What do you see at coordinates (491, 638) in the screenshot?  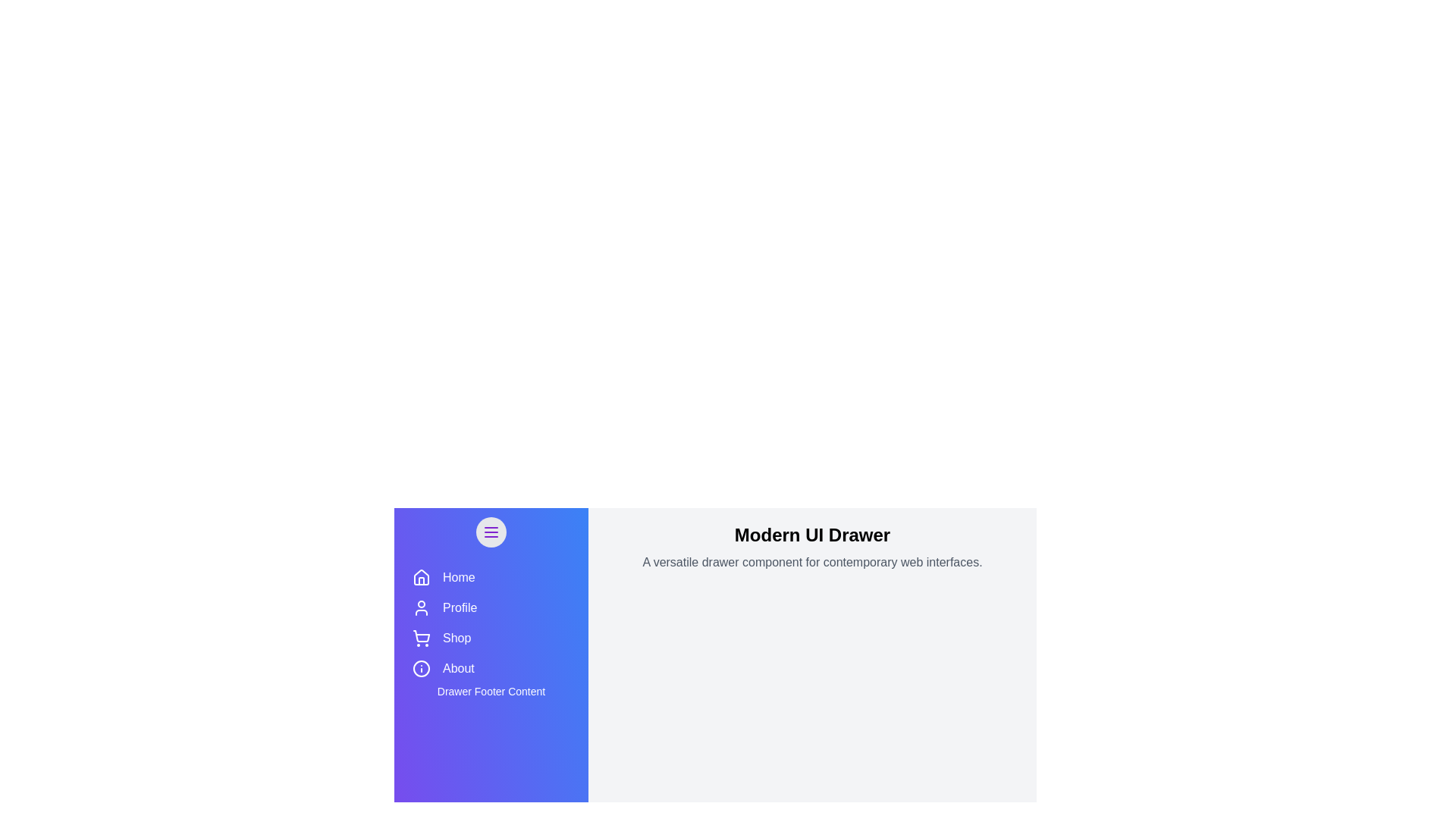 I see `the navigation item labeled 'Shop' to observe the hover effect` at bounding box center [491, 638].